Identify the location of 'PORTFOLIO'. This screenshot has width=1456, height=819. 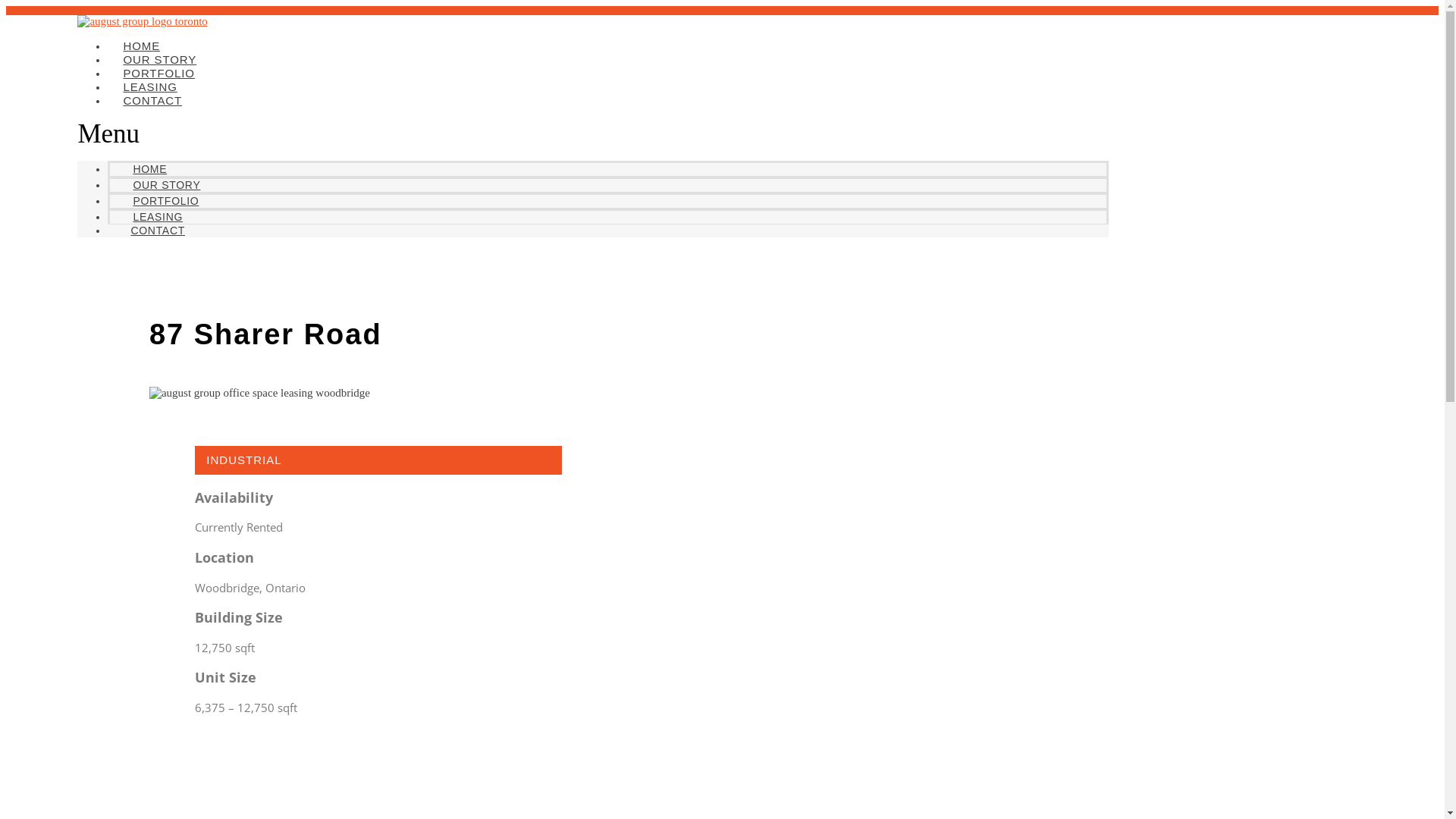
(165, 200).